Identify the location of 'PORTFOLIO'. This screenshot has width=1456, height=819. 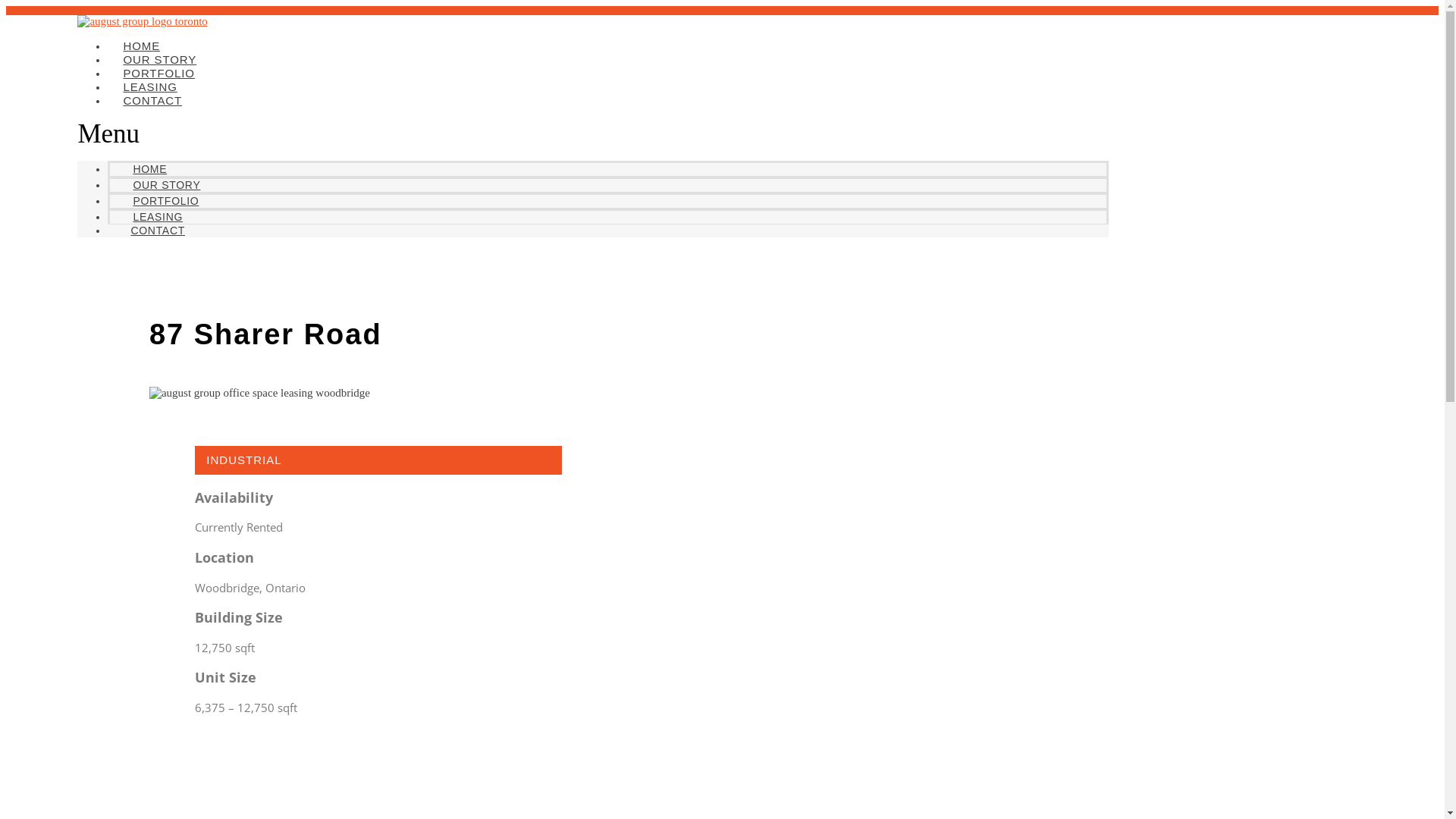
(165, 200).